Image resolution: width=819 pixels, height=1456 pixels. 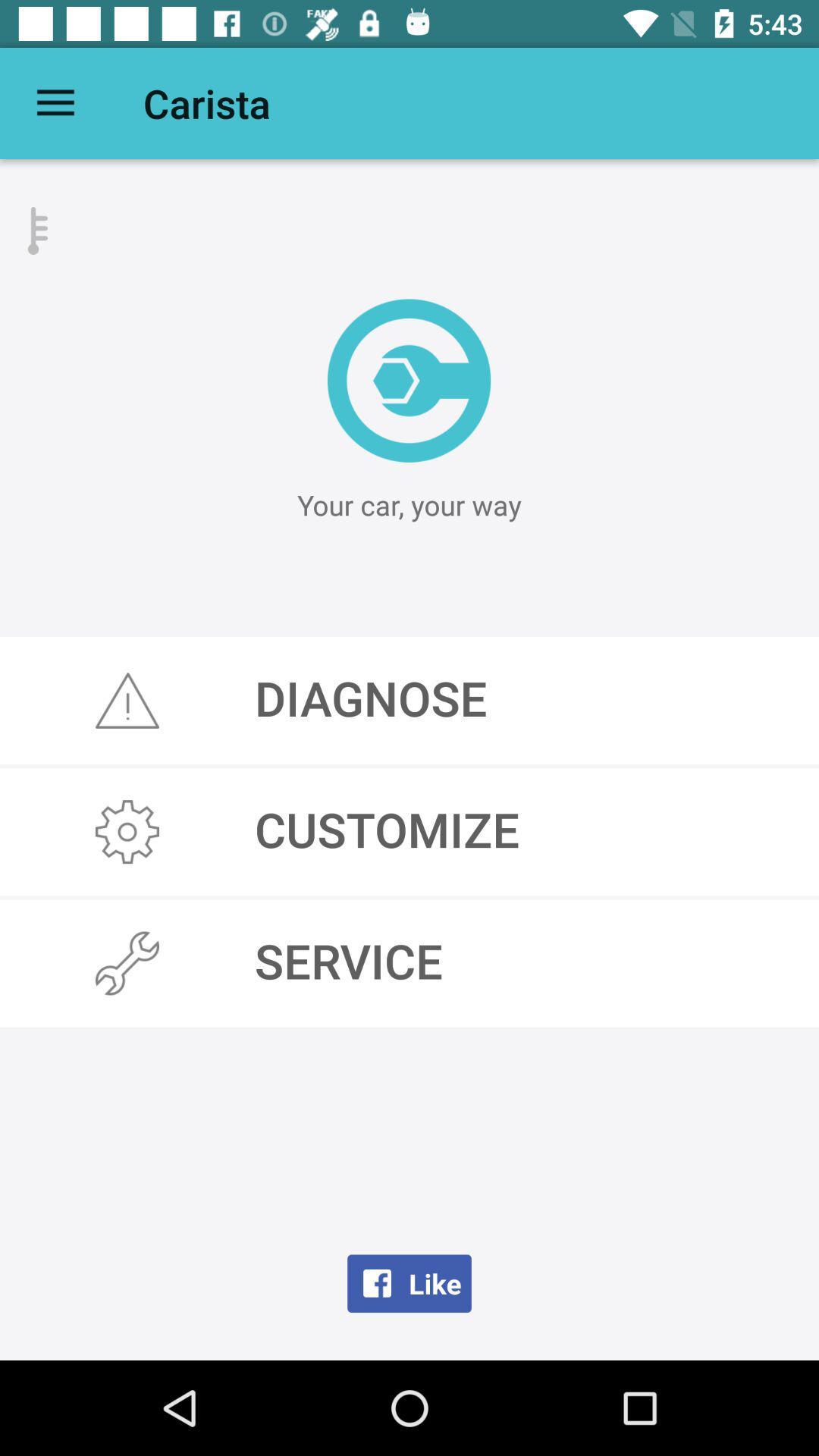 What do you see at coordinates (409, 962) in the screenshot?
I see `the service` at bounding box center [409, 962].